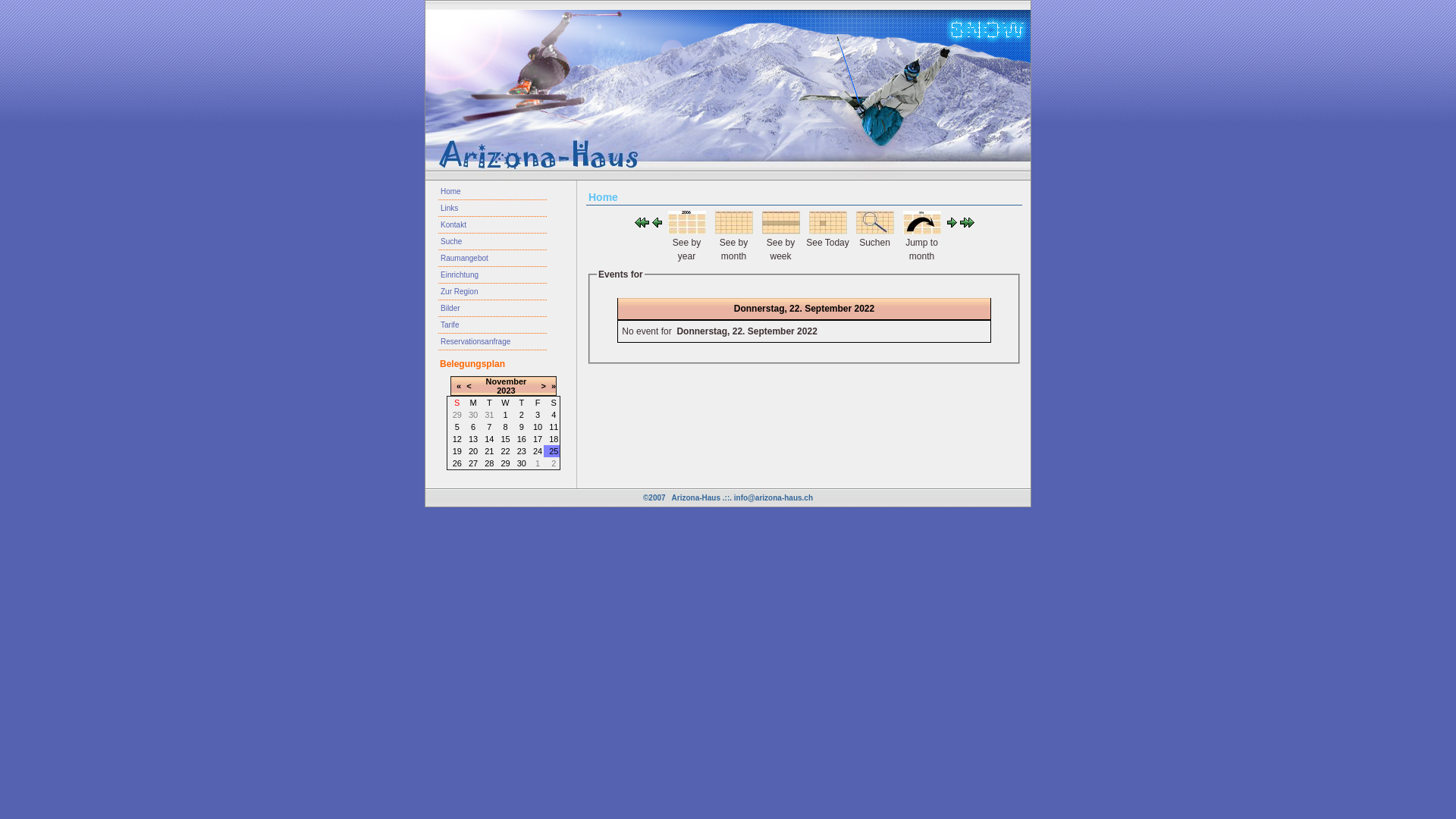 The height and width of the screenshot is (819, 1456). Describe the element at coordinates (505, 427) in the screenshot. I see `'8'` at that location.